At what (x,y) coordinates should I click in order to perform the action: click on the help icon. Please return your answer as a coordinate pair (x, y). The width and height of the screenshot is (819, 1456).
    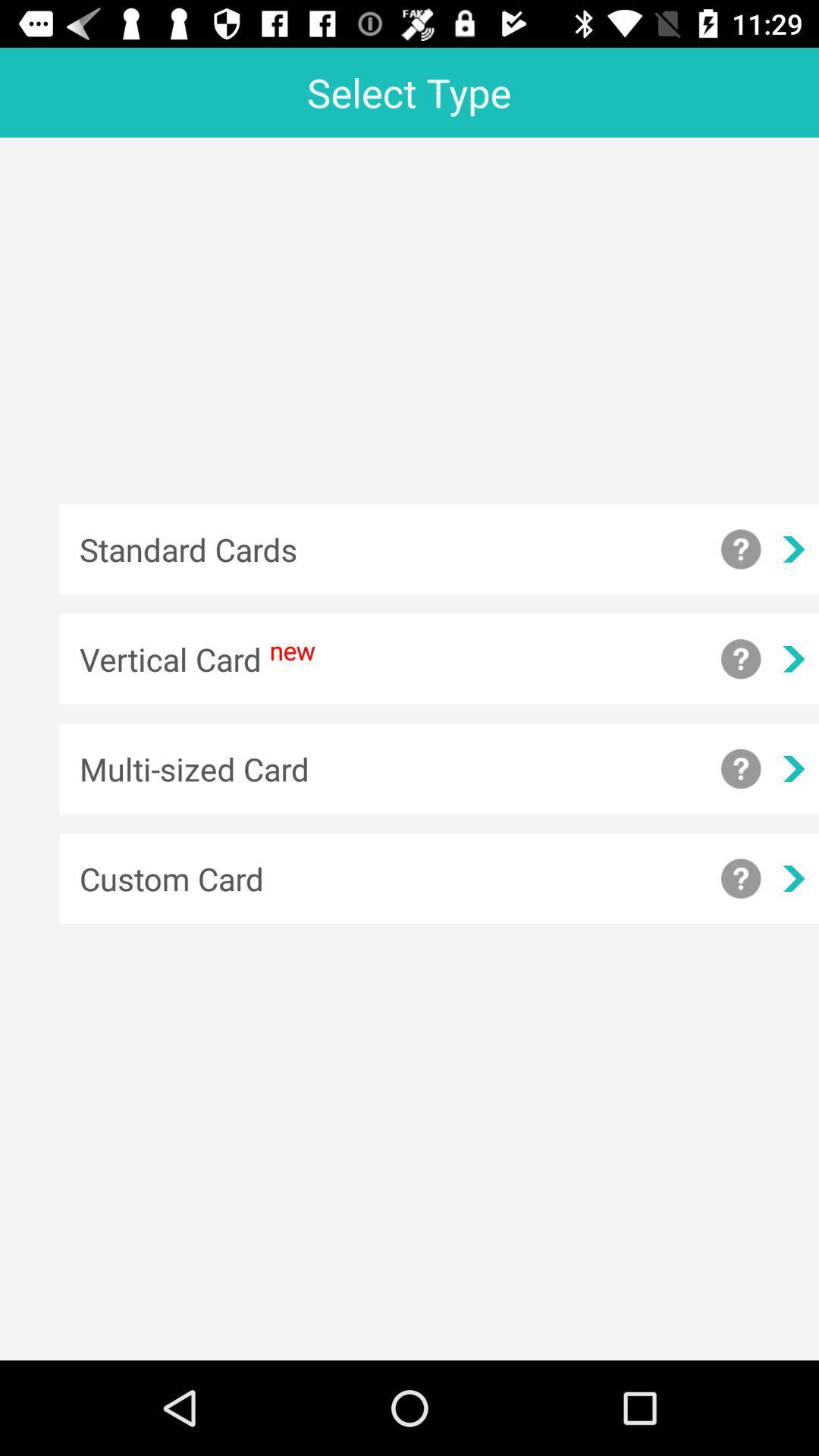
    Looking at the image, I should click on (740, 768).